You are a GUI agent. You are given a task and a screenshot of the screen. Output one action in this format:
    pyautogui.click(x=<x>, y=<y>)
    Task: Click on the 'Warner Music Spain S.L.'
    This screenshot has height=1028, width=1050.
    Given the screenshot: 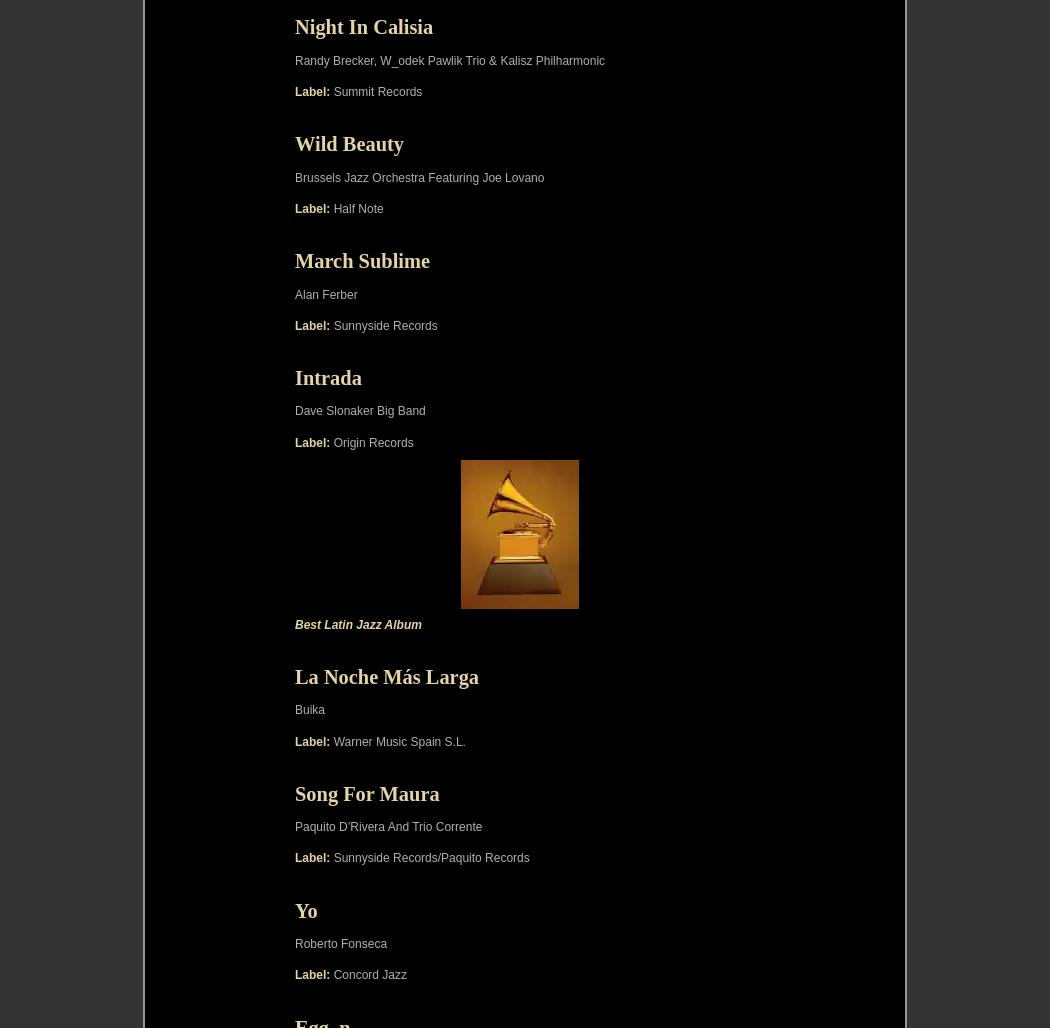 What is the action you would take?
    pyautogui.click(x=397, y=739)
    